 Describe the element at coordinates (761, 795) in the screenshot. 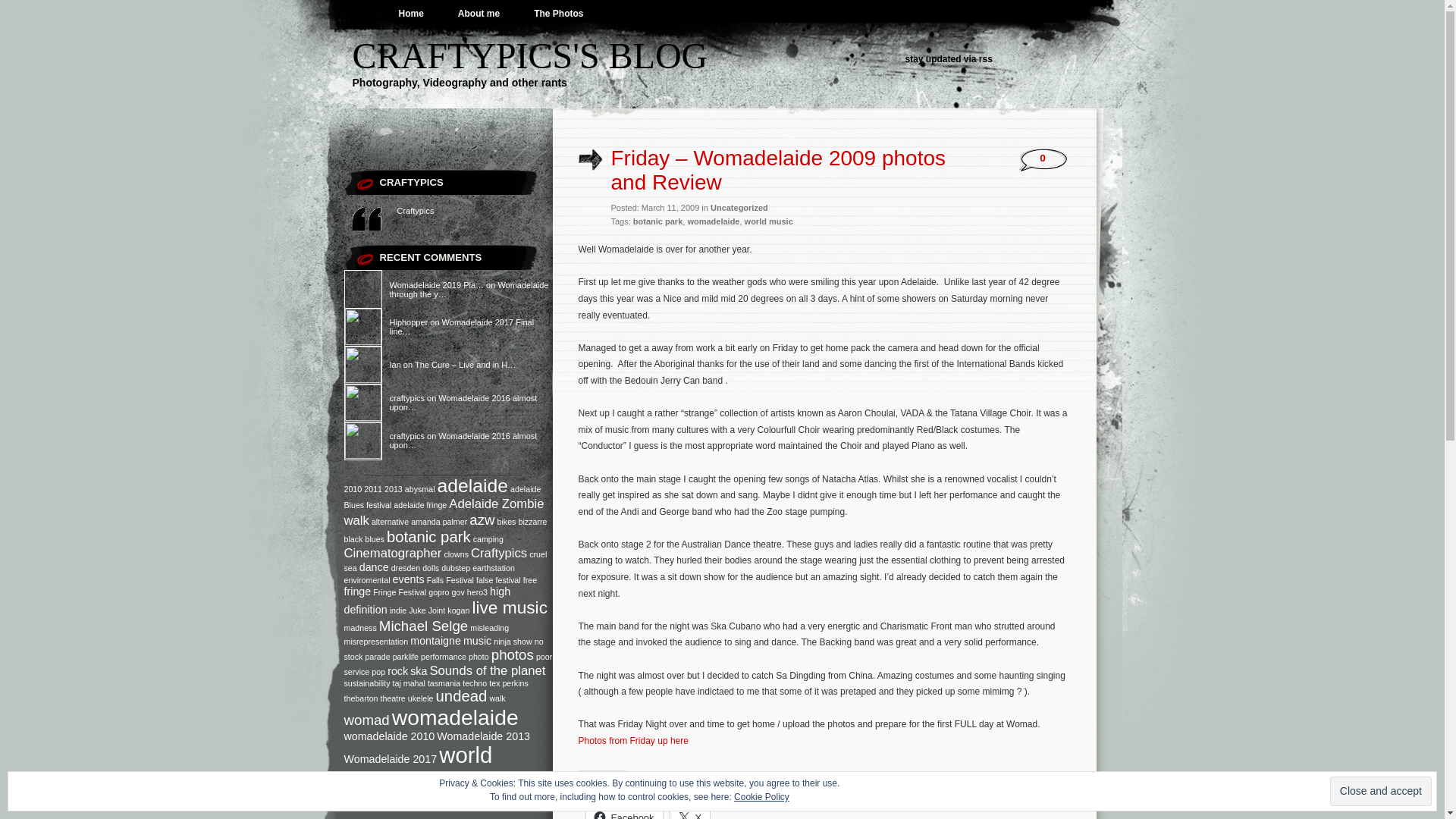

I see `'Cookie Policy'` at that location.